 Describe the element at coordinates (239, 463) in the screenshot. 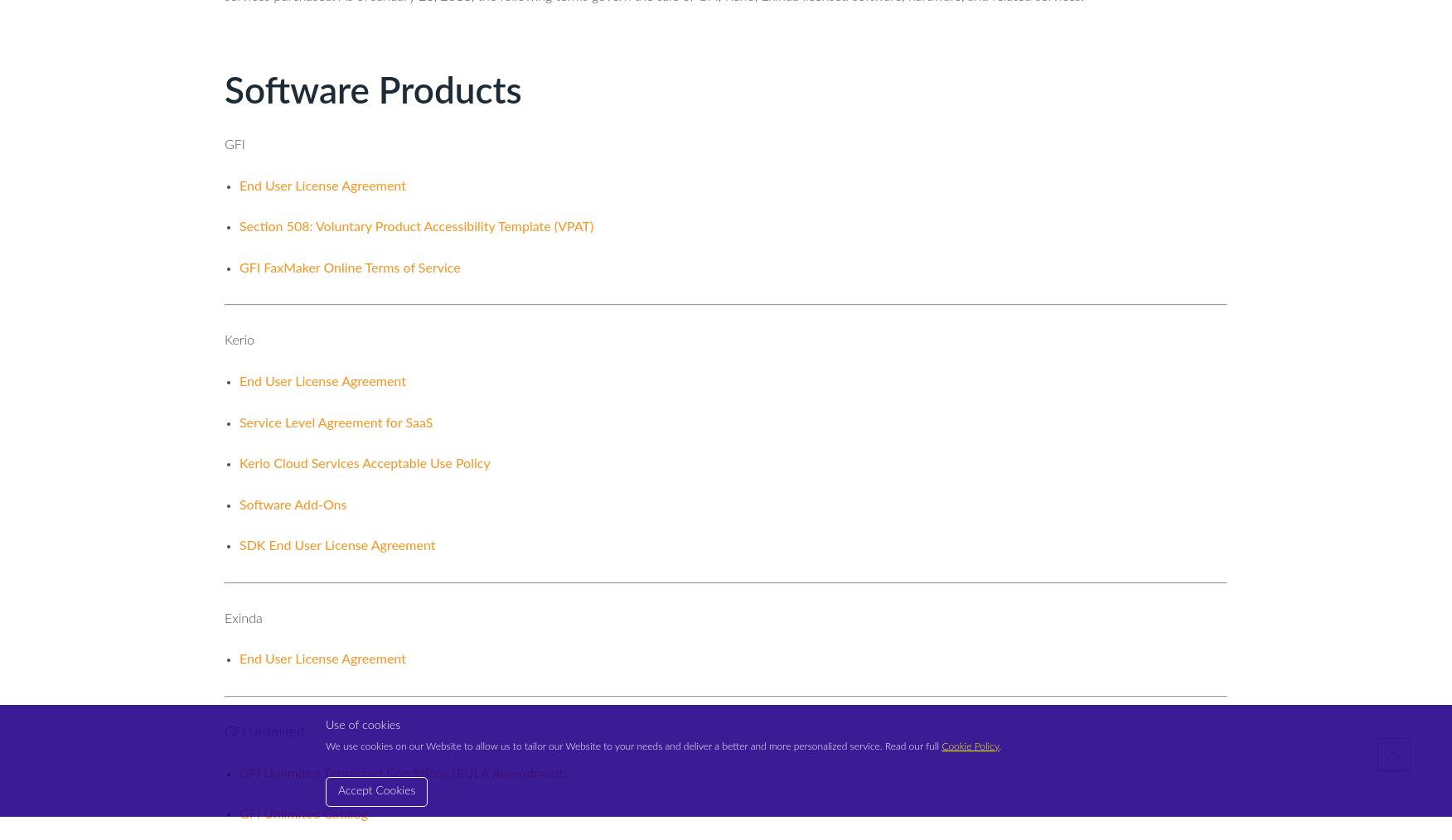

I see `'Kerio Cloud Services Acceptable Use Policy'` at that location.